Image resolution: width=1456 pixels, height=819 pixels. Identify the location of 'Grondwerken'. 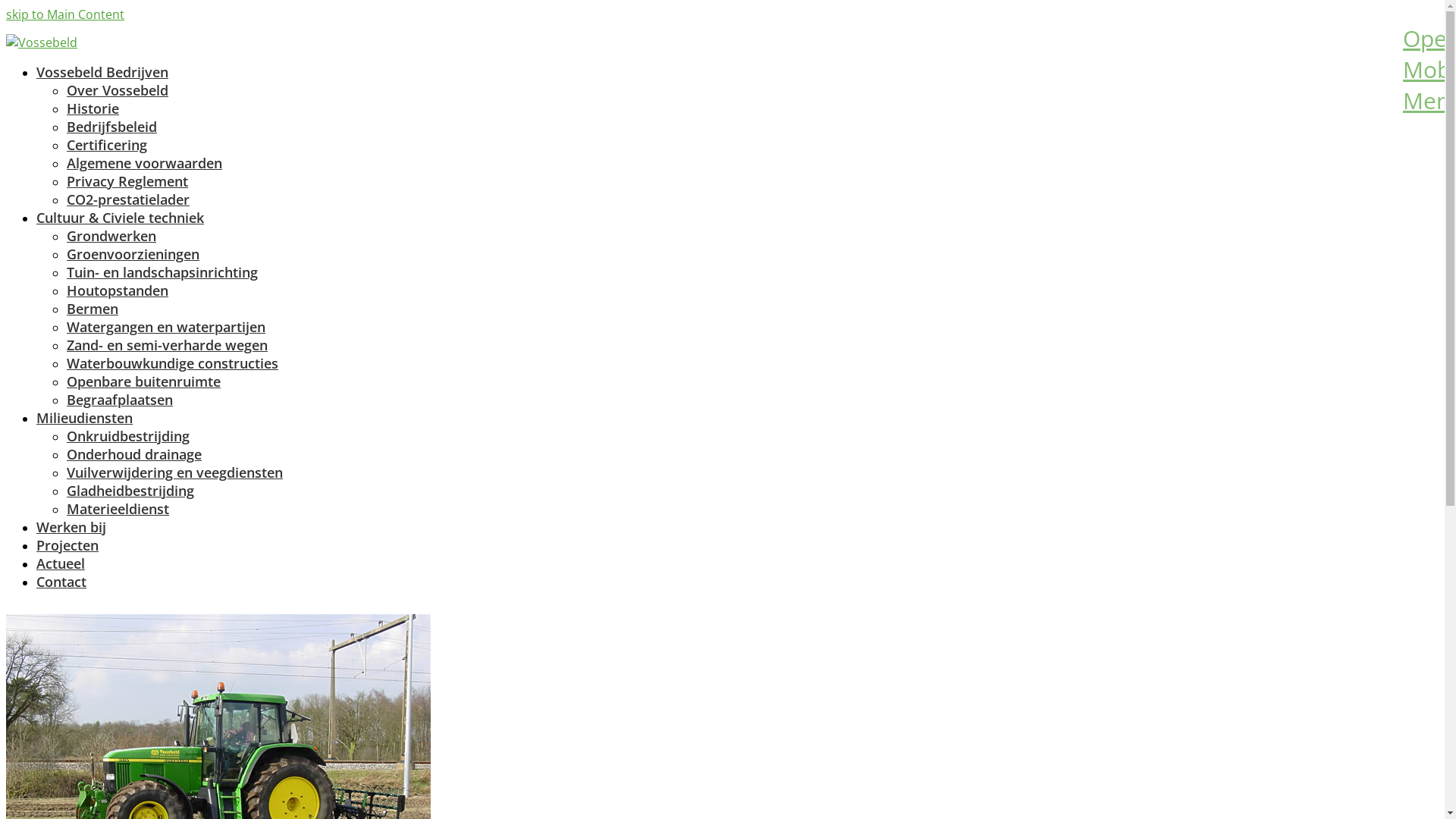
(111, 236).